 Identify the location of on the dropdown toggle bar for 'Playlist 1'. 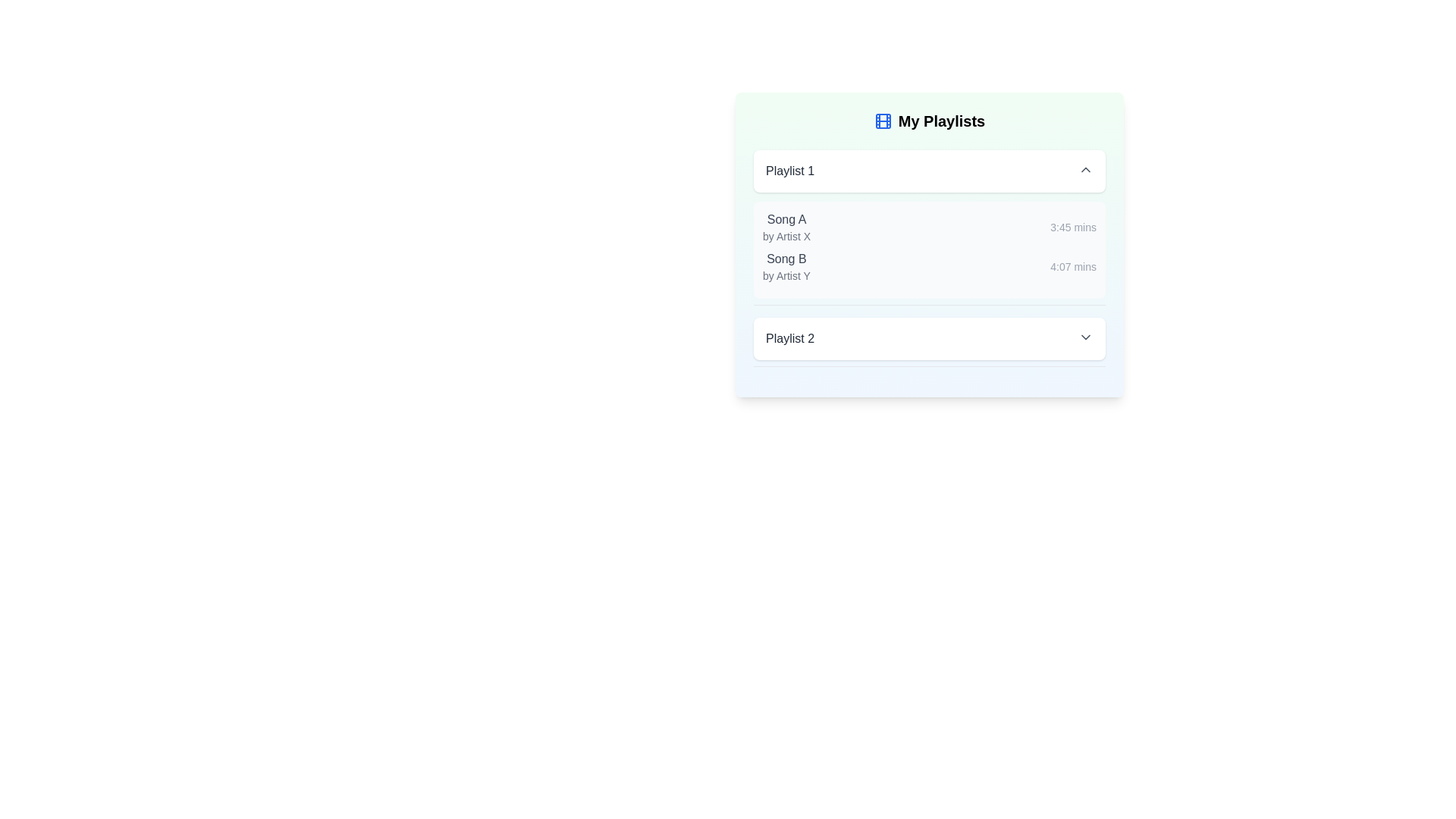
(928, 171).